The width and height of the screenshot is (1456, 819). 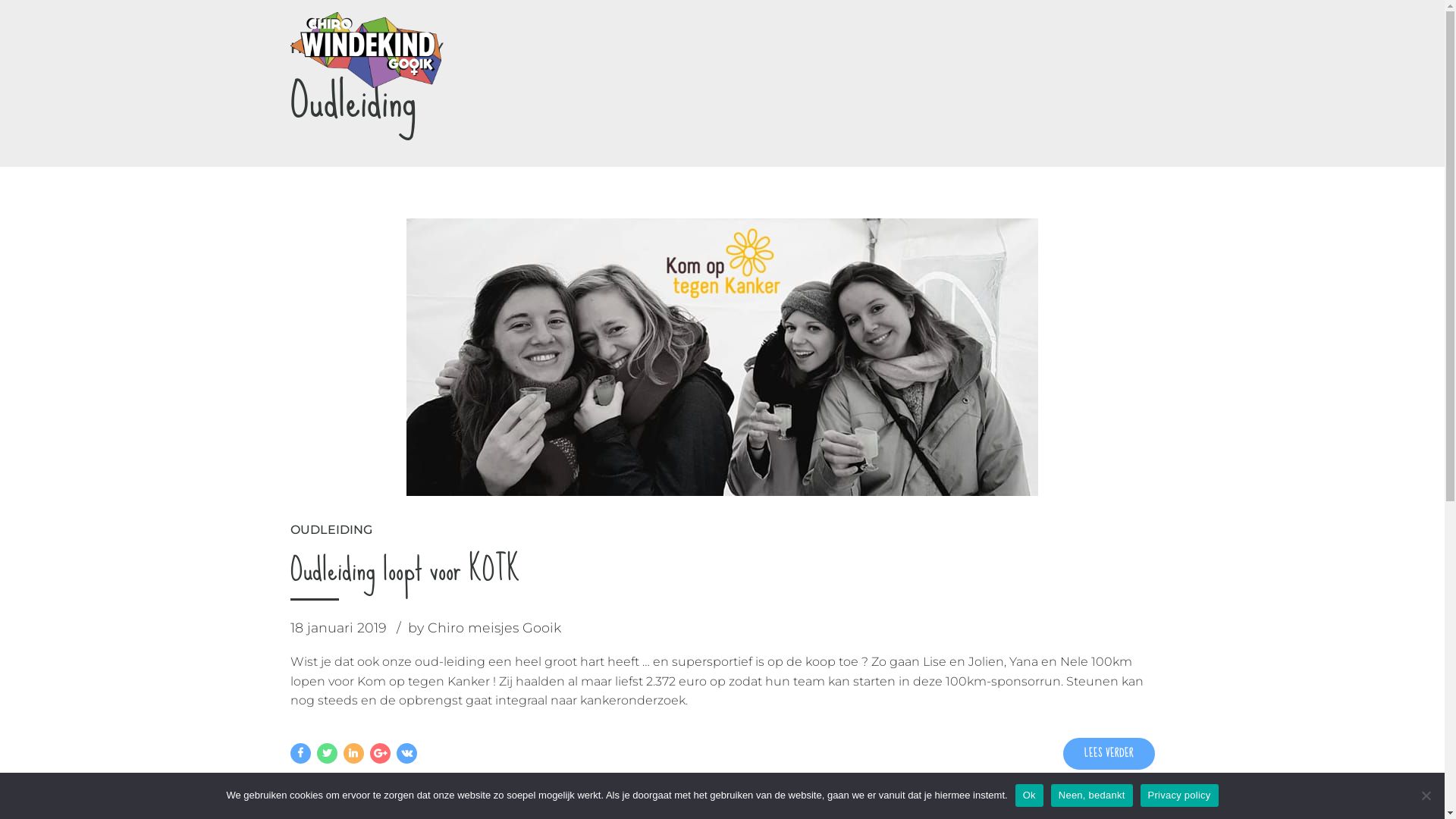 What do you see at coordinates (330, 529) in the screenshot?
I see `'OUDLEIDING'` at bounding box center [330, 529].